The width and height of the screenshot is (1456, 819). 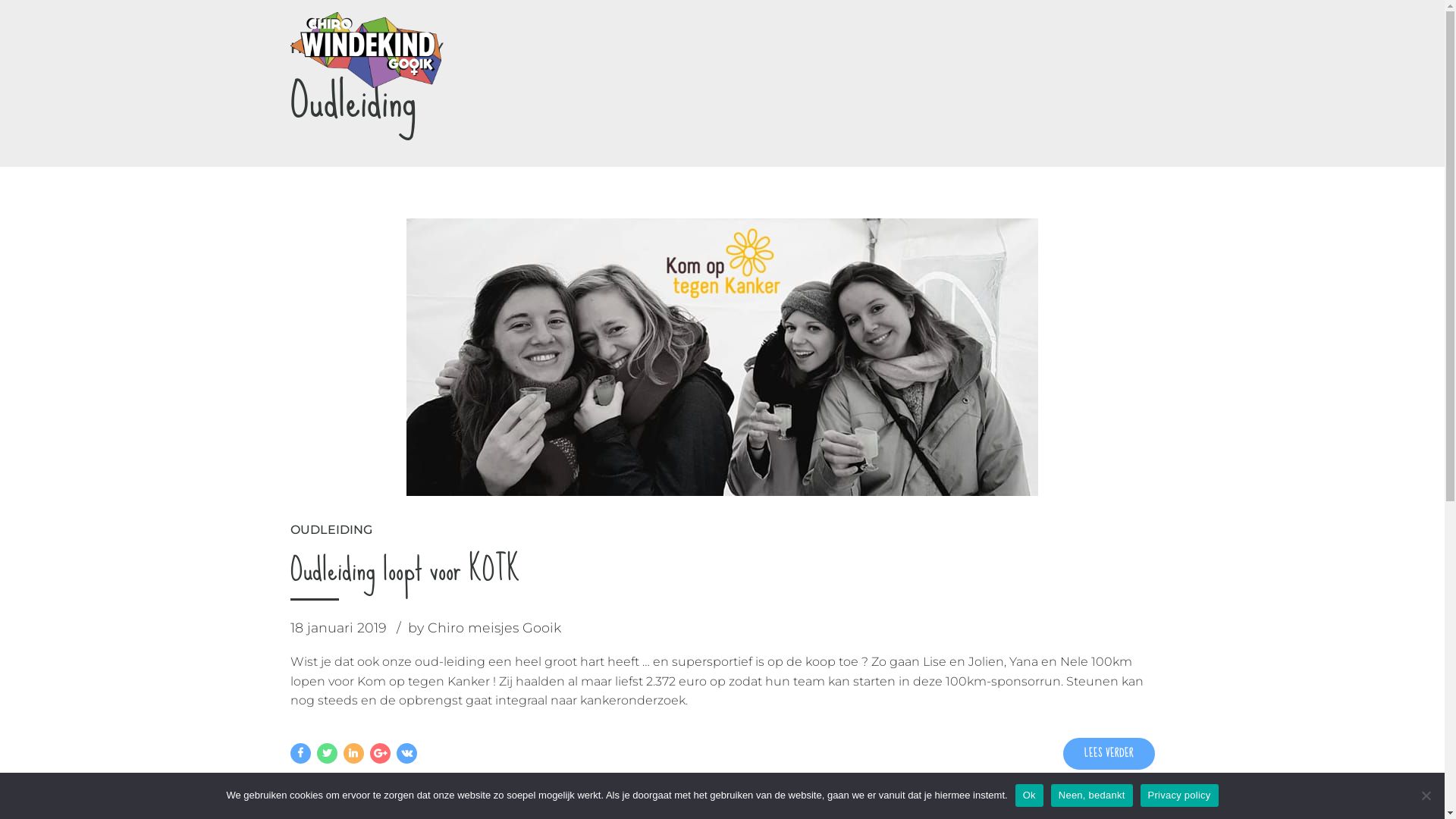 What do you see at coordinates (330, 529) in the screenshot?
I see `'OUDLEIDING'` at bounding box center [330, 529].